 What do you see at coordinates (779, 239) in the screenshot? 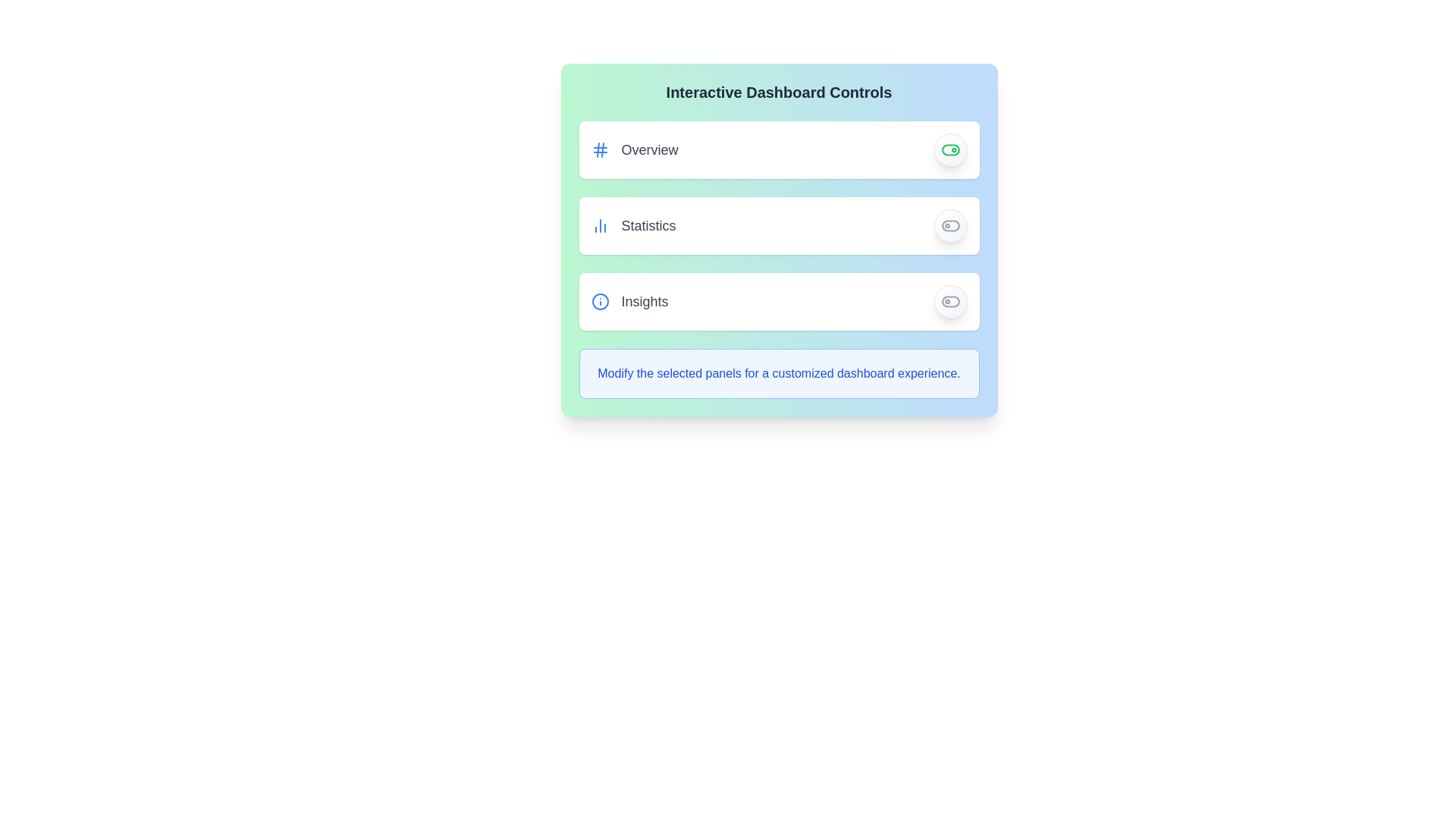
I see `the interactive elements within the panel titled 'Interactive Dashboard Controls', which contains the items 'Overview', 'Statistics', and 'Insights'` at bounding box center [779, 239].